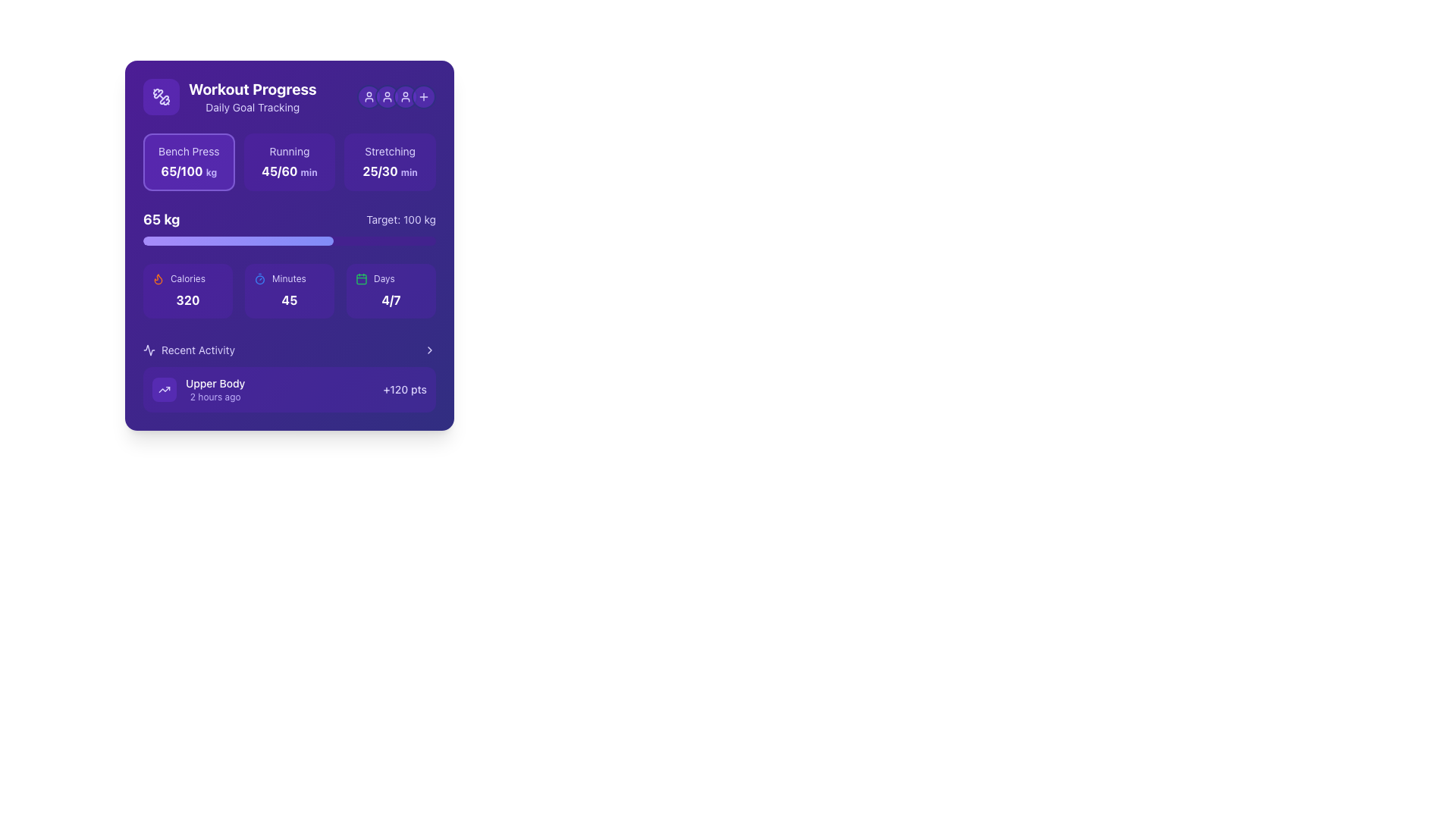 Image resolution: width=1456 pixels, height=819 pixels. What do you see at coordinates (384, 278) in the screenshot?
I see `the 'Days' text label, which indicates the unit of time being measured in the time tracking feature, located to the right of the green calendar icon within the workout progress widget` at bounding box center [384, 278].